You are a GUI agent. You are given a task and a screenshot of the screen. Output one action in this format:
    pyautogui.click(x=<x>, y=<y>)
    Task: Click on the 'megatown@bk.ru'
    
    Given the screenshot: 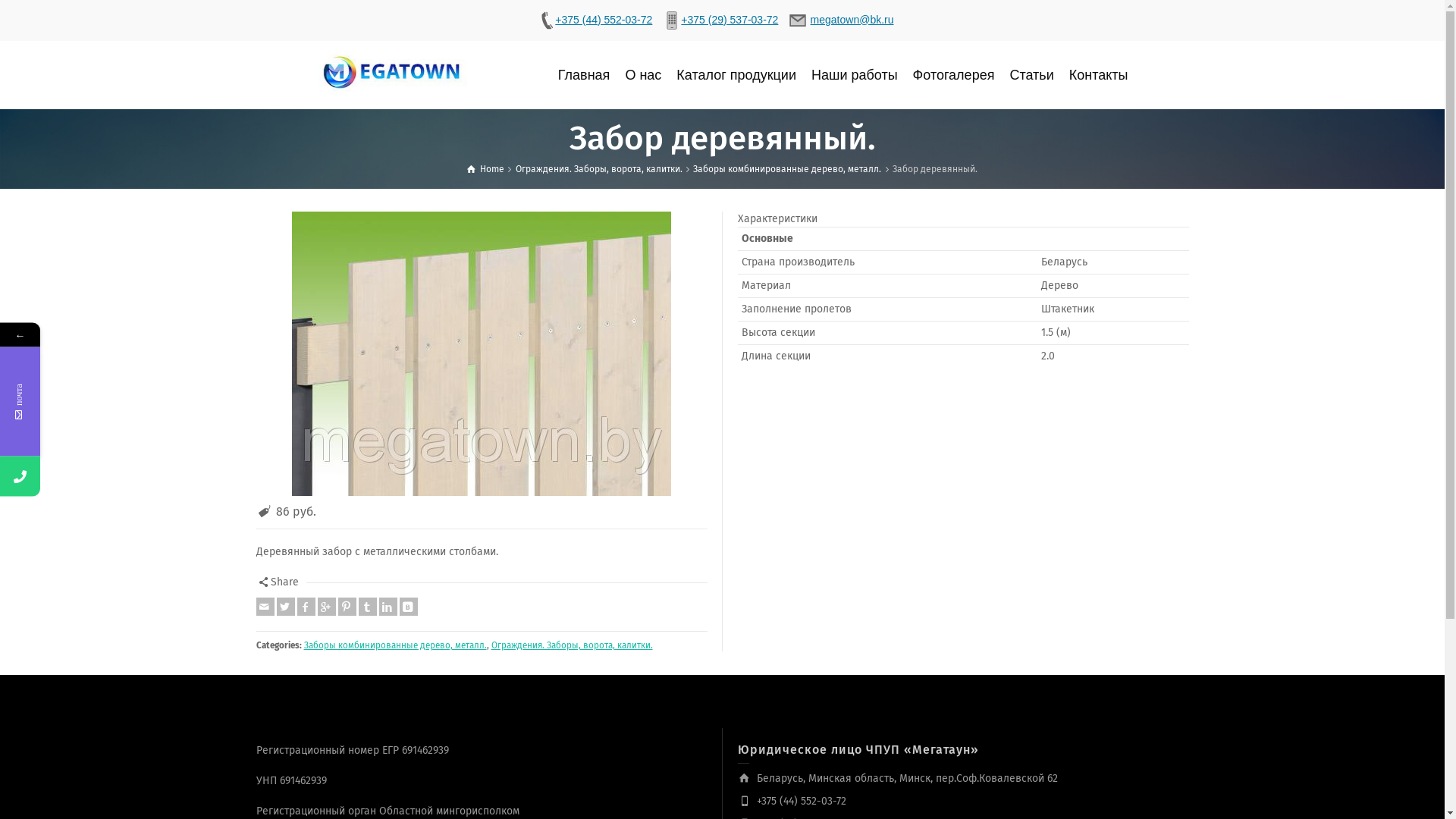 What is the action you would take?
    pyautogui.click(x=841, y=20)
    